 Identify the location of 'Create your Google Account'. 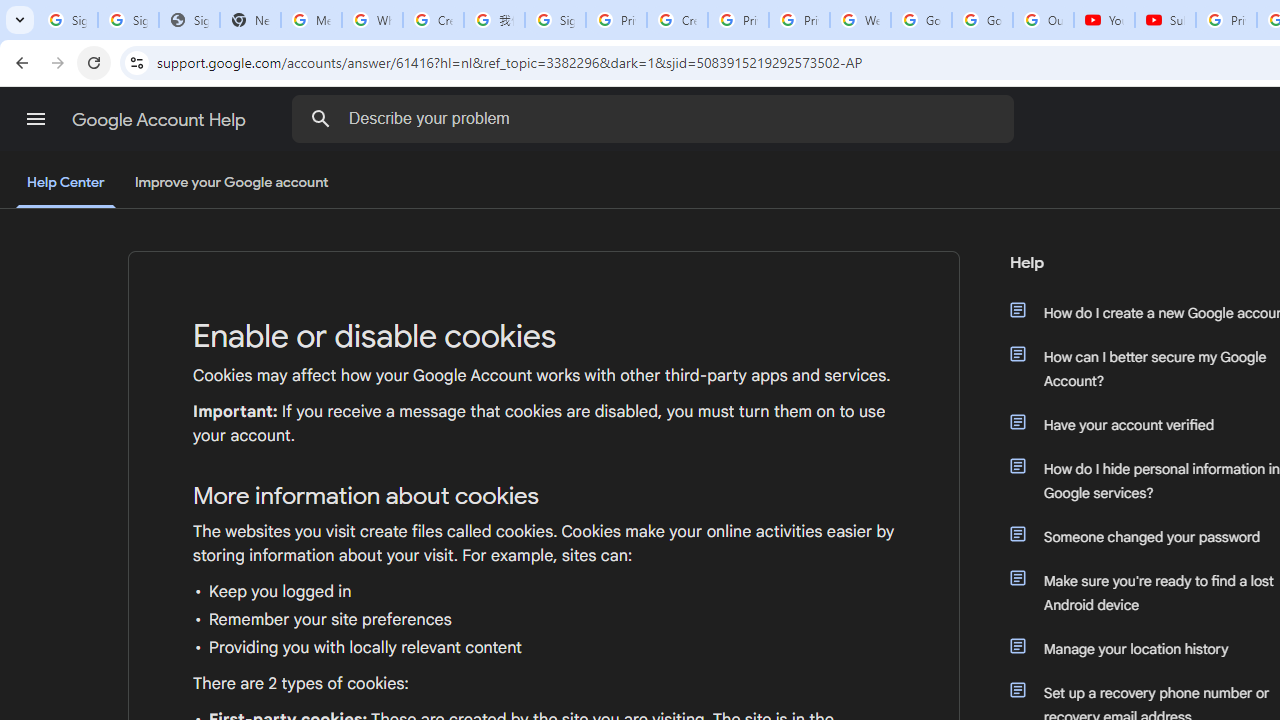
(677, 20).